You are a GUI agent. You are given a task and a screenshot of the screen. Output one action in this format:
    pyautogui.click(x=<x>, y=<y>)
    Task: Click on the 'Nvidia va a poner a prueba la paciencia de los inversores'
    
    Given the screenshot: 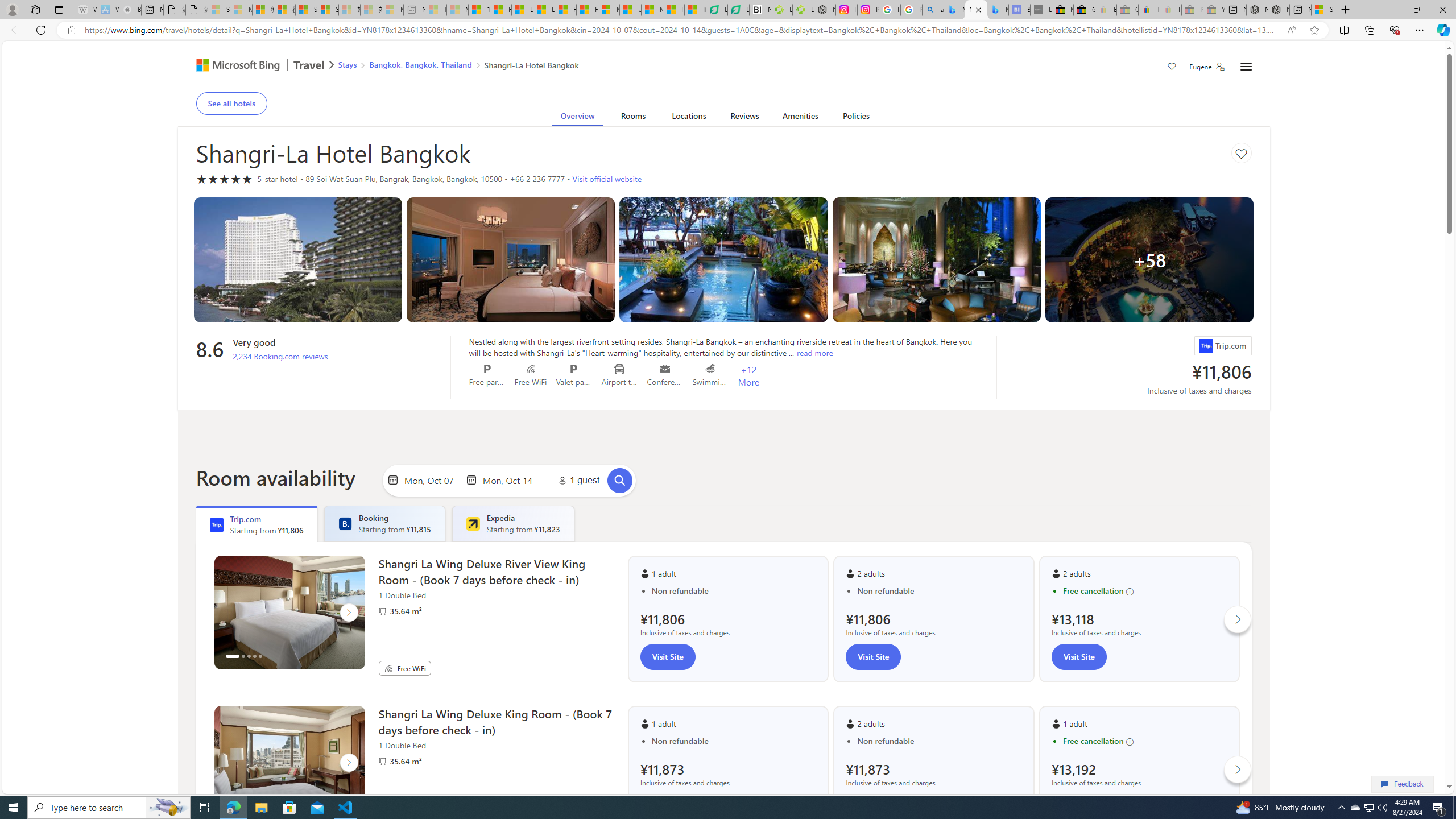 What is the action you would take?
    pyautogui.click(x=760, y=9)
    